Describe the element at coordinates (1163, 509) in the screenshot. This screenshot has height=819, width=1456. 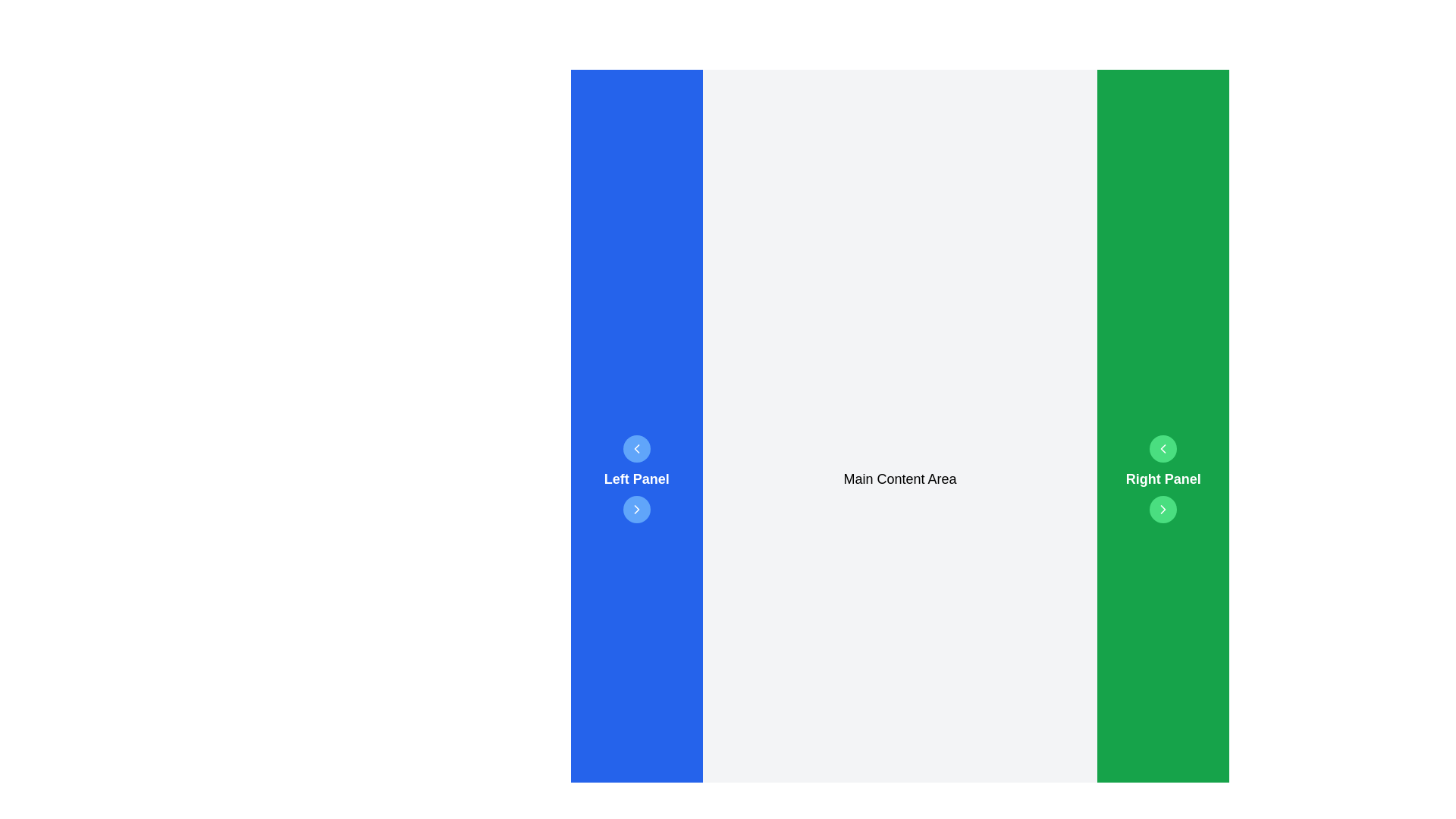
I see `the navigation button located in the right panel section, which is positioned below a left-facing chevron` at that location.